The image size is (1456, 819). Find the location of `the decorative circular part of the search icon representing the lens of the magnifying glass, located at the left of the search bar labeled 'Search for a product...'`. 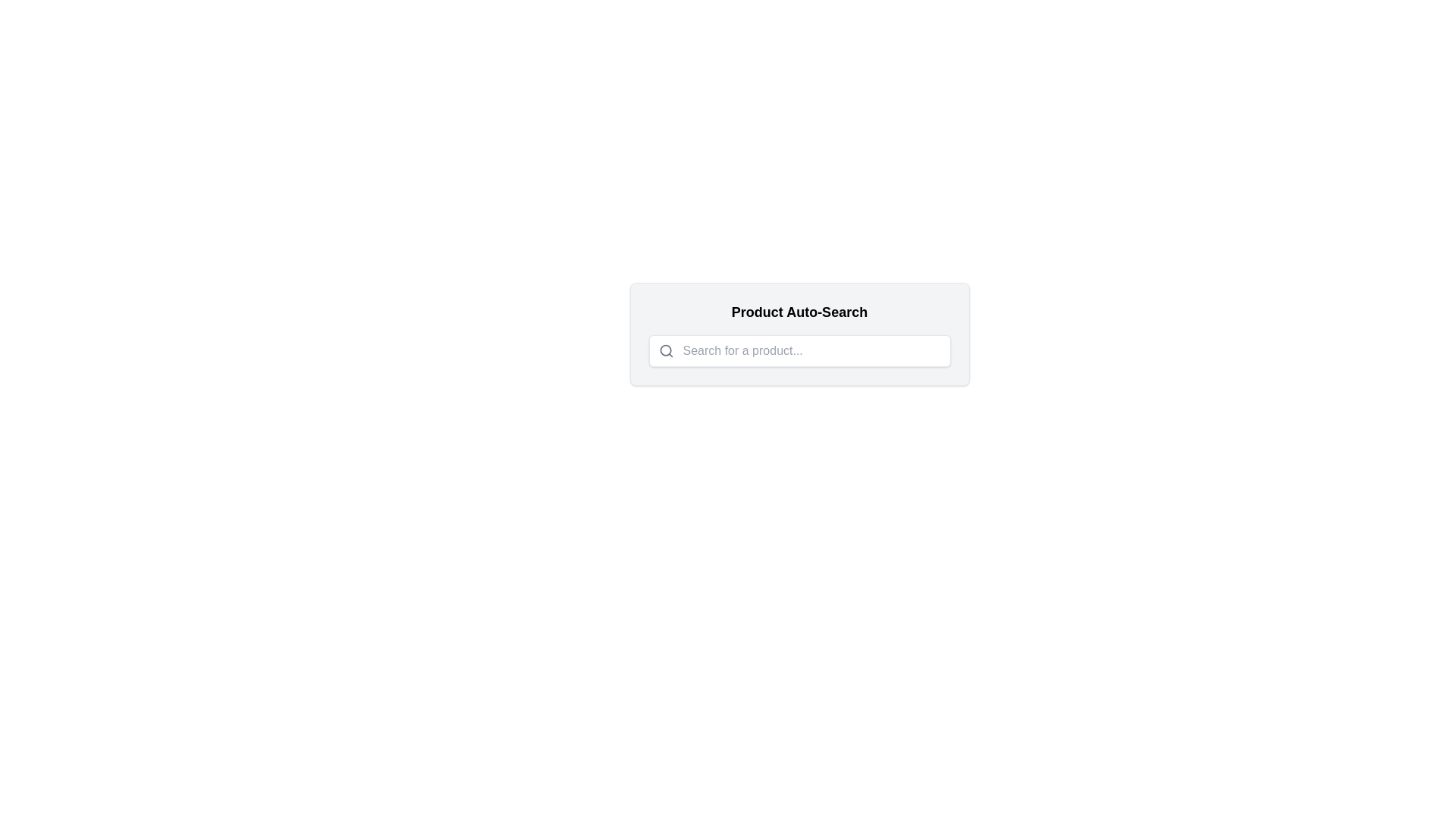

the decorative circular part of the search icon representing the lens of the magnifying glass, located at the left of the search bar labeled 'Search for a product...' is located at coordinates (665, 350).